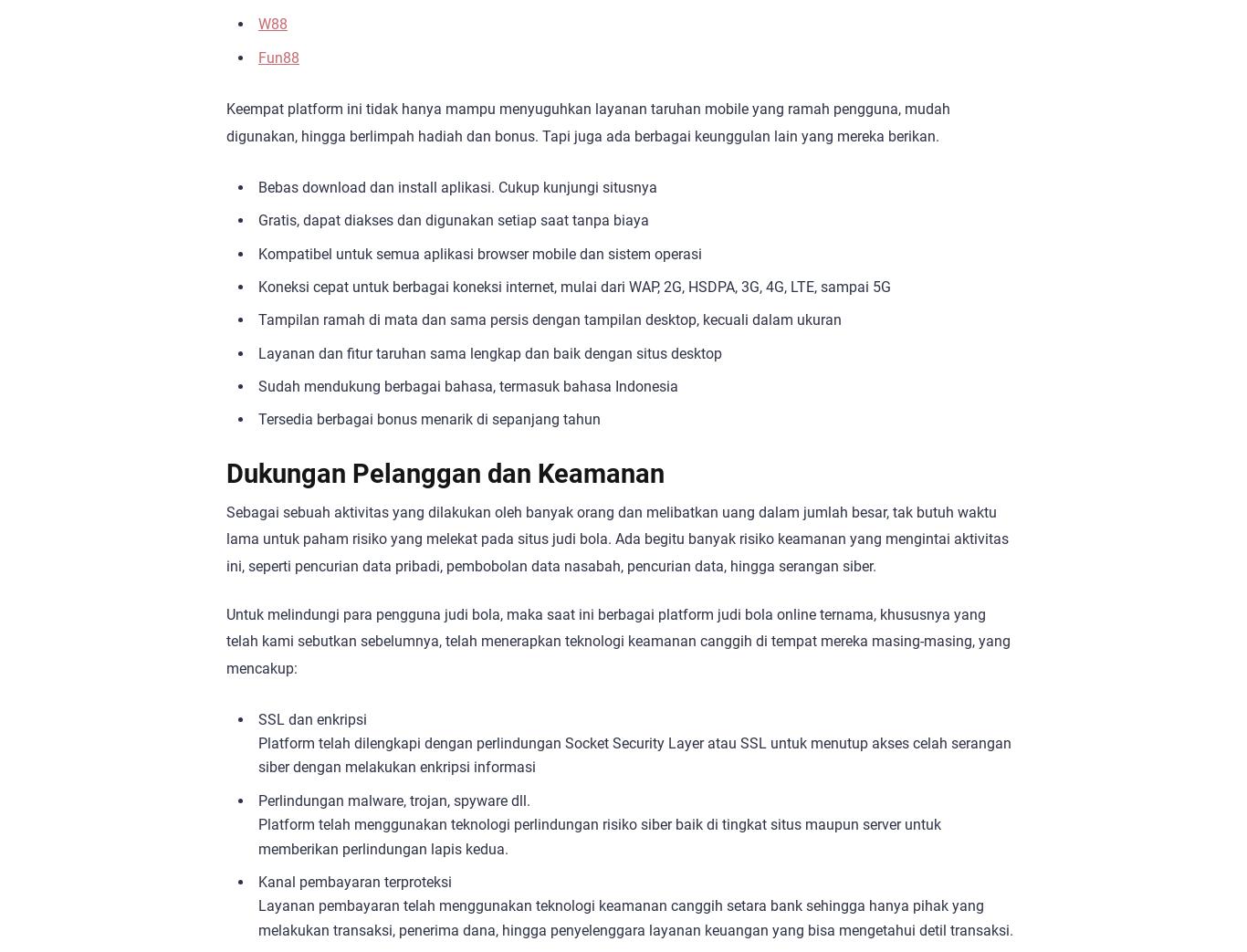  What do you see at coordinates (226, 122) in the screenshot?
I see `'Keempat platform ini tidak hanya mampu menyuguhkan layanan taruhan mobile yang ramah pengguna, mudah digunakan, hingga berlimpah hadiah dan bonus. Tapi juga ada berbagai keunggulan lain yang mereka berikan.'` at bounding box center [226, 122].